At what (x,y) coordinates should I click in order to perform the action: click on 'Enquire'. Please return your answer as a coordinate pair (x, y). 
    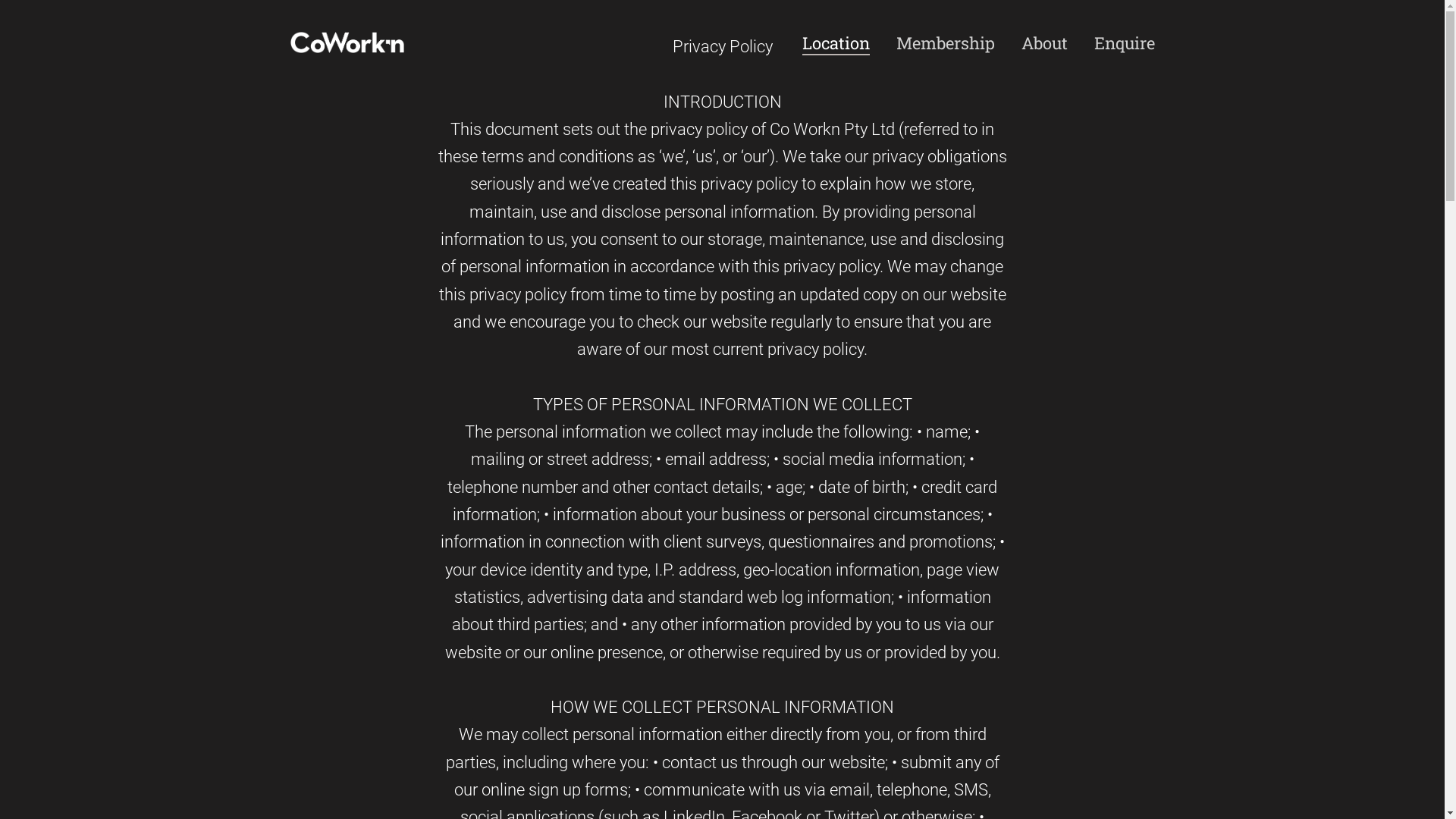
    Looking at the image, I should click on (1124, 42).